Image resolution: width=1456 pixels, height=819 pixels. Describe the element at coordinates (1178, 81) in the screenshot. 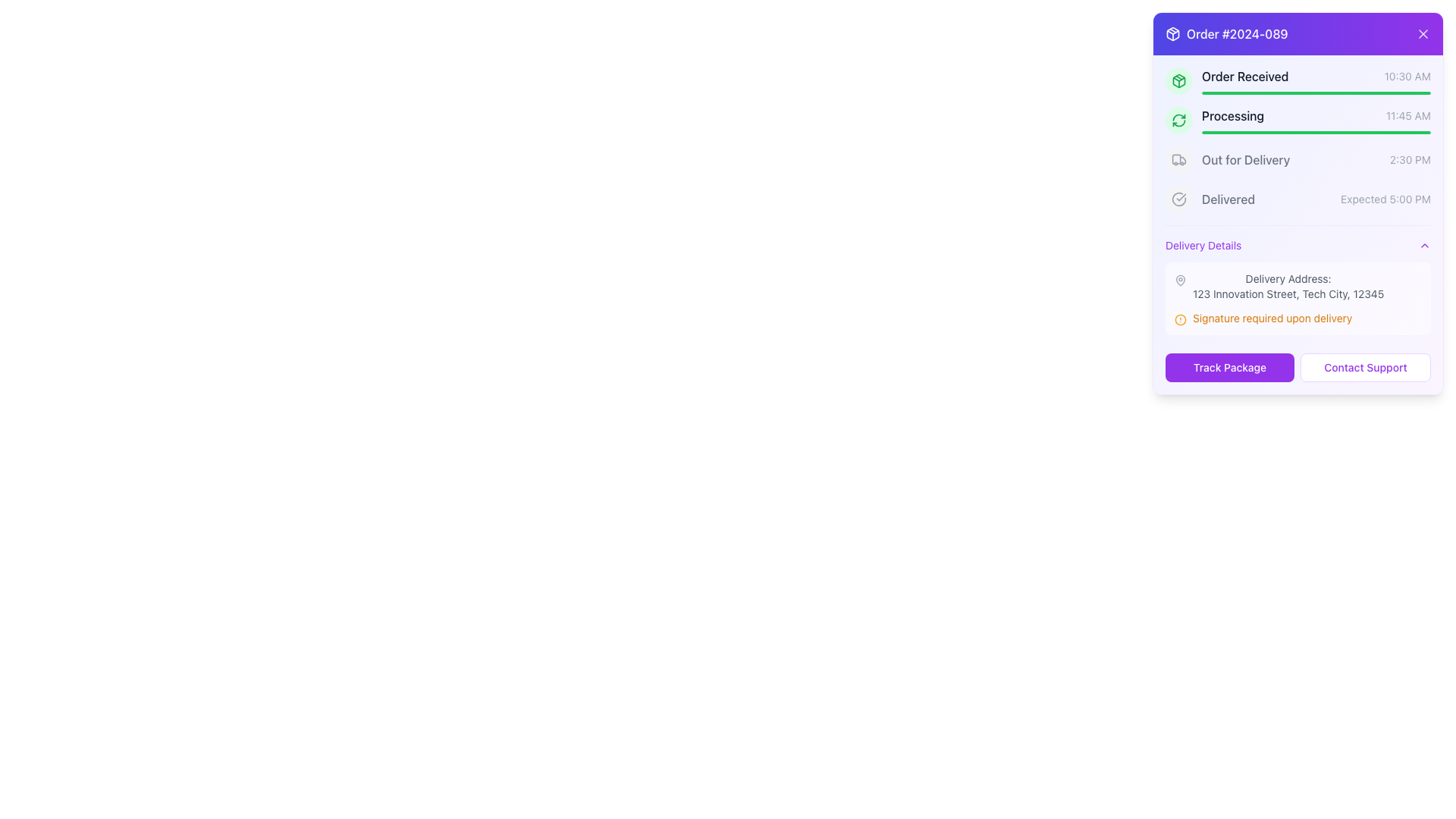

I see `the green 'Order Received' status indicator icon located to the left of the text 'Order Received' in the first row of the multi-step status tracking list` at that location.